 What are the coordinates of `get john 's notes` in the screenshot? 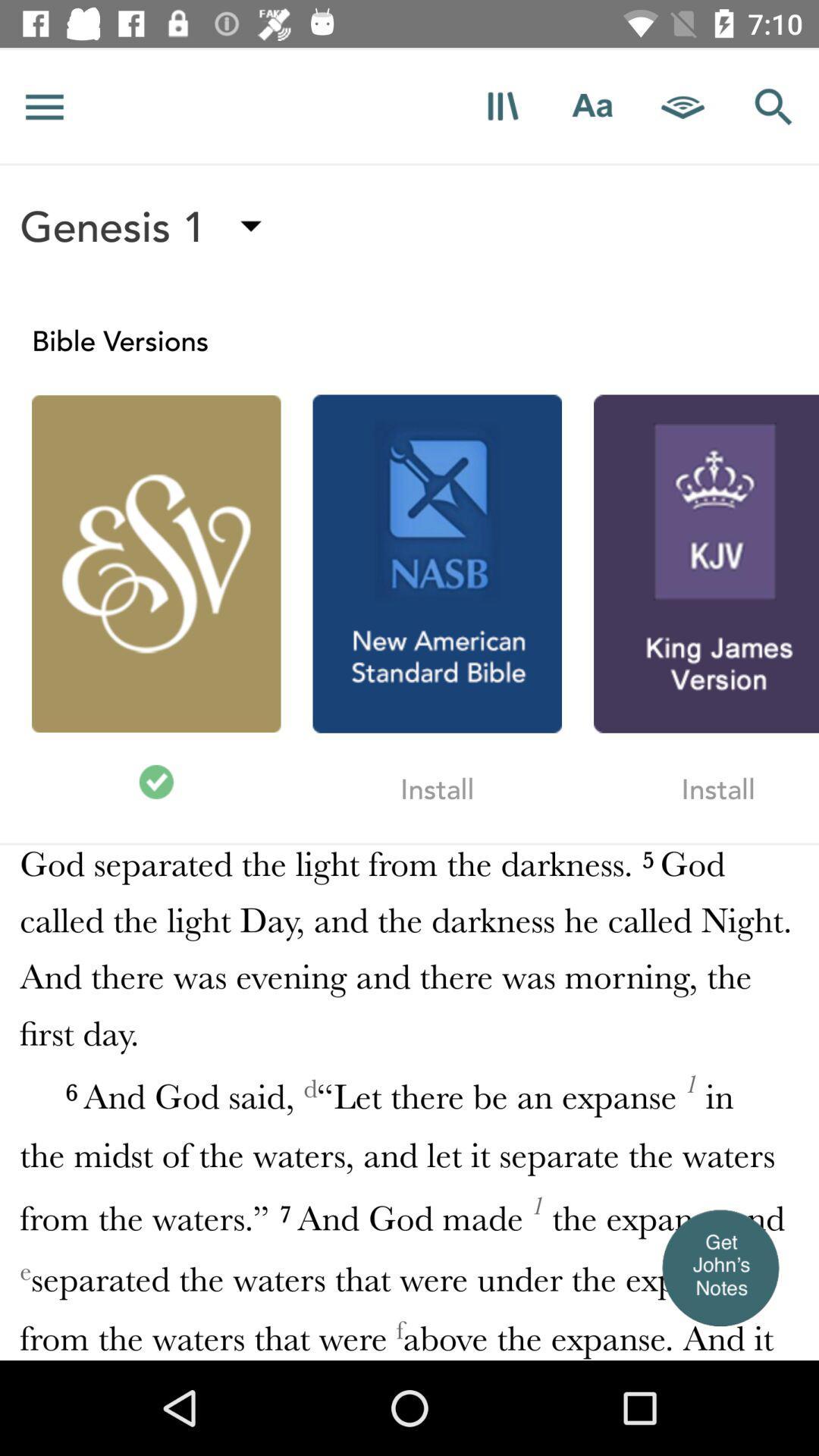 It's located at (719, 1267).